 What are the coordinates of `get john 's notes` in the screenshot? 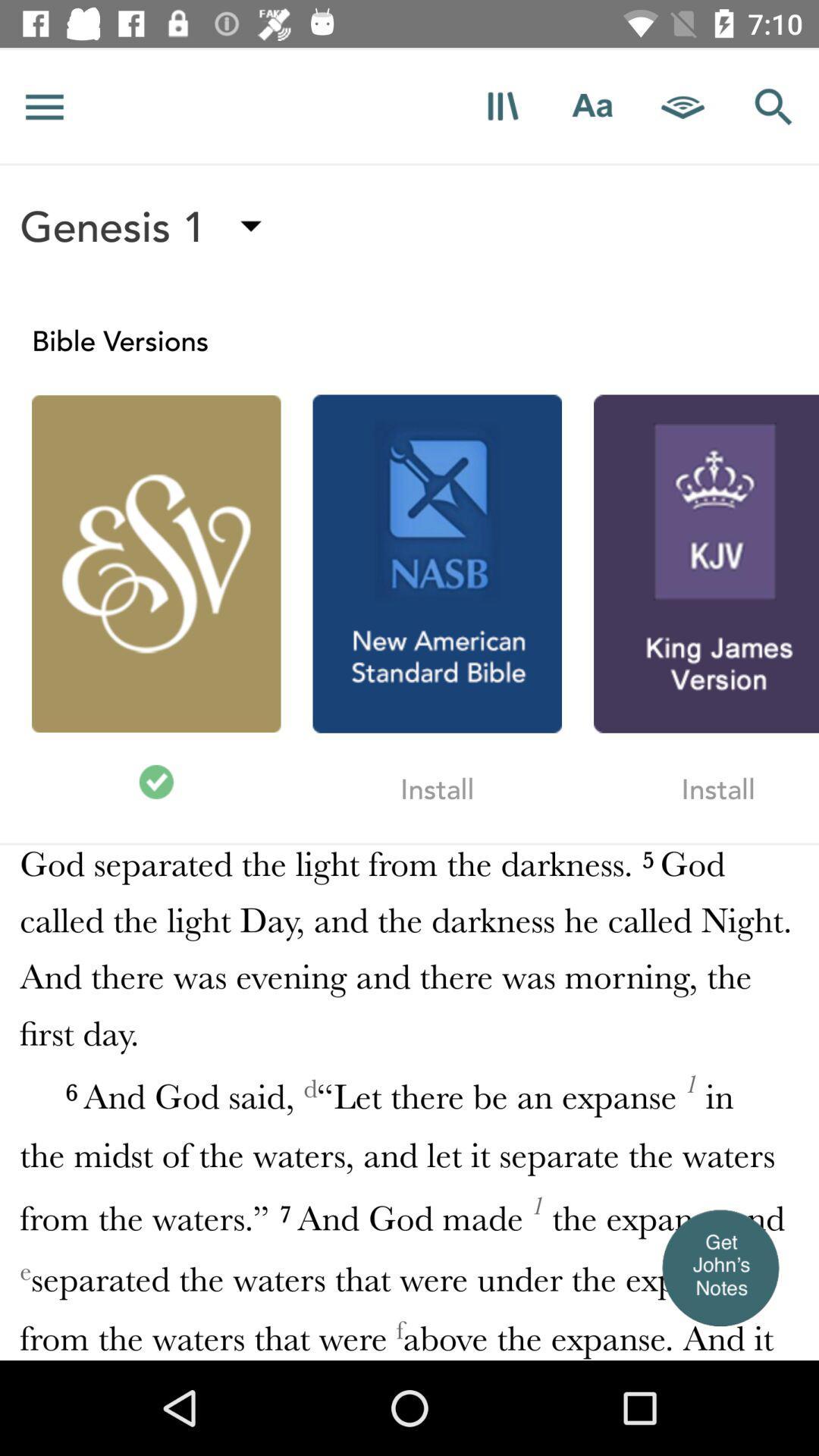 It's located at (719, 1267).